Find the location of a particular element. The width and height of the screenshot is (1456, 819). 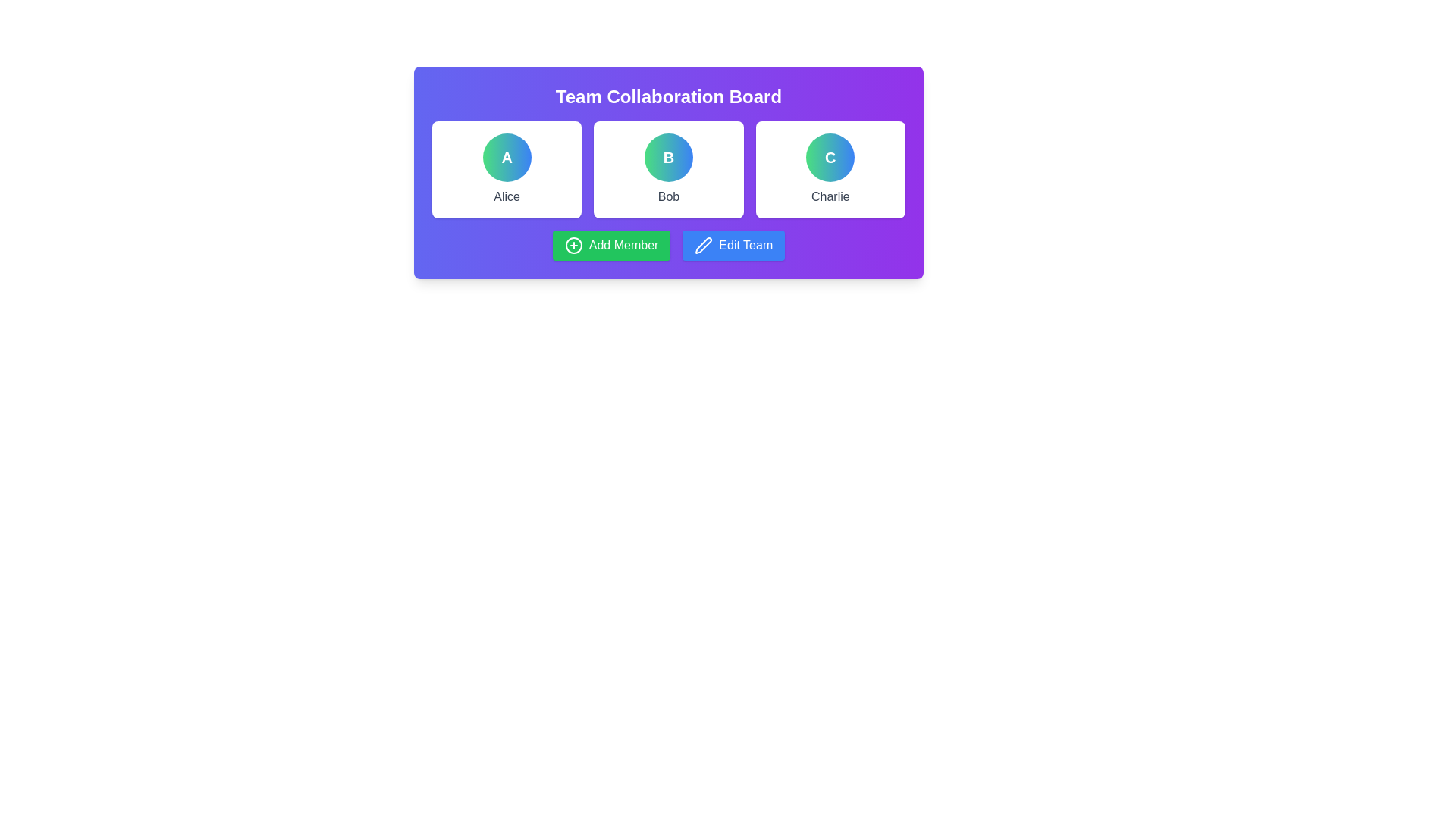

the edit icon within the 'Edit Team' button is located at coordinates (703, 245).